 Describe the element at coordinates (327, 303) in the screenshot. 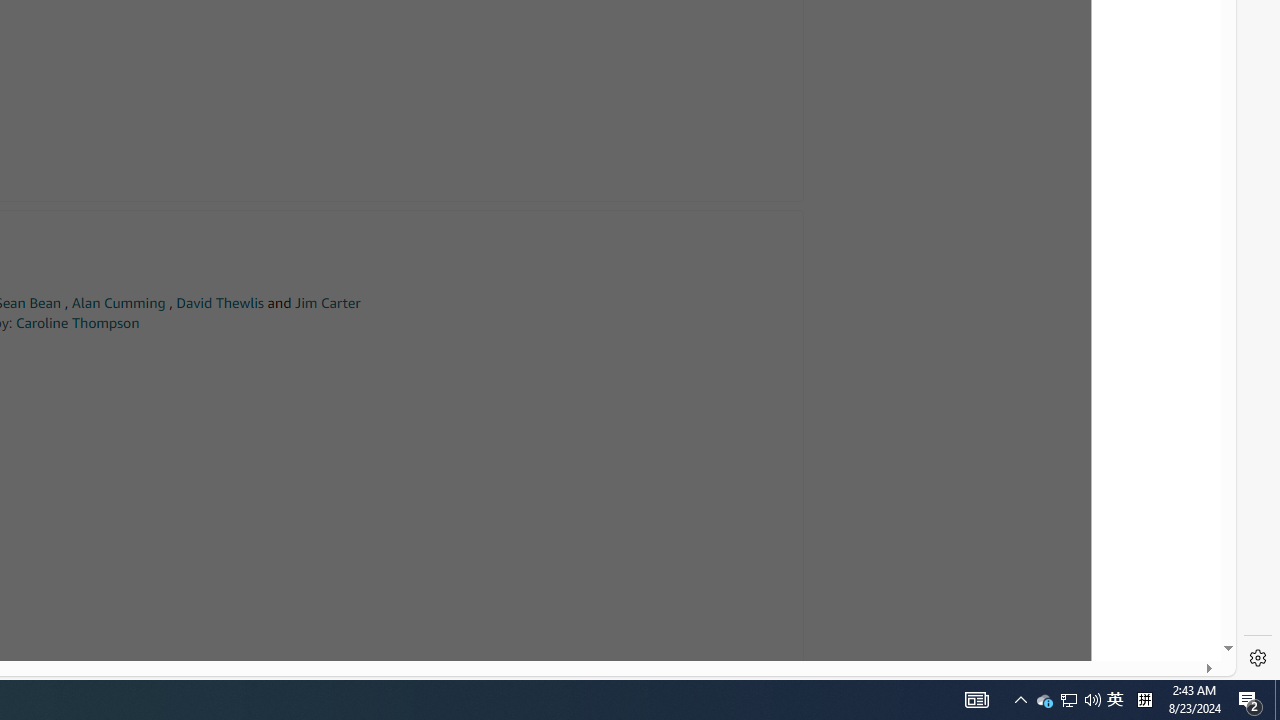

I see `'Jim Carter'` at that location.